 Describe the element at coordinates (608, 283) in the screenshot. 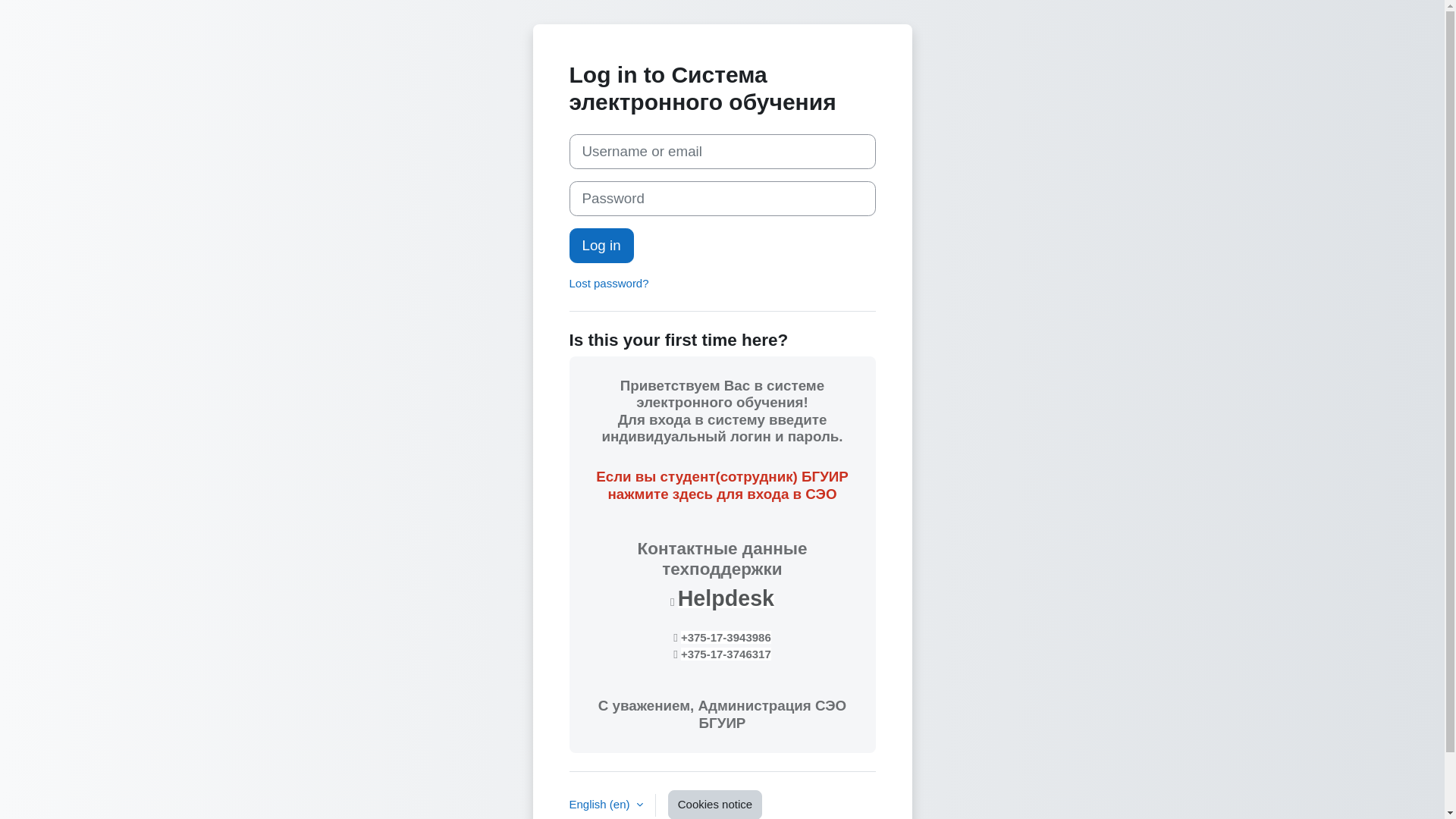

I see `'Lost password?'` at that location.